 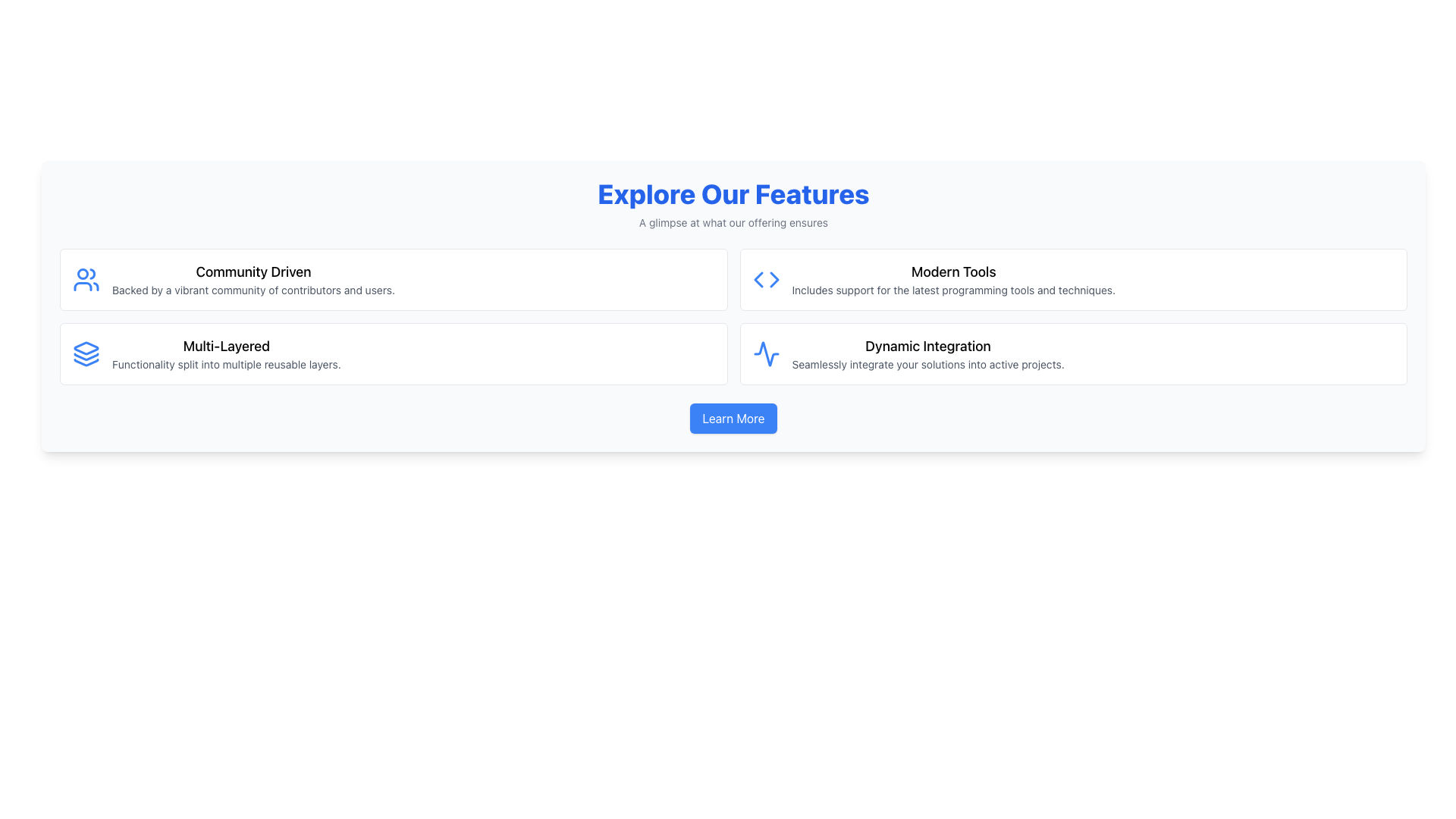 I want to click on the decorative graphical icon that reinforces the 'Multi-Layered' theme, located at the bottom of the series of icon shapes in the lower-left section of the grid layout, so click(x=86, y=362).